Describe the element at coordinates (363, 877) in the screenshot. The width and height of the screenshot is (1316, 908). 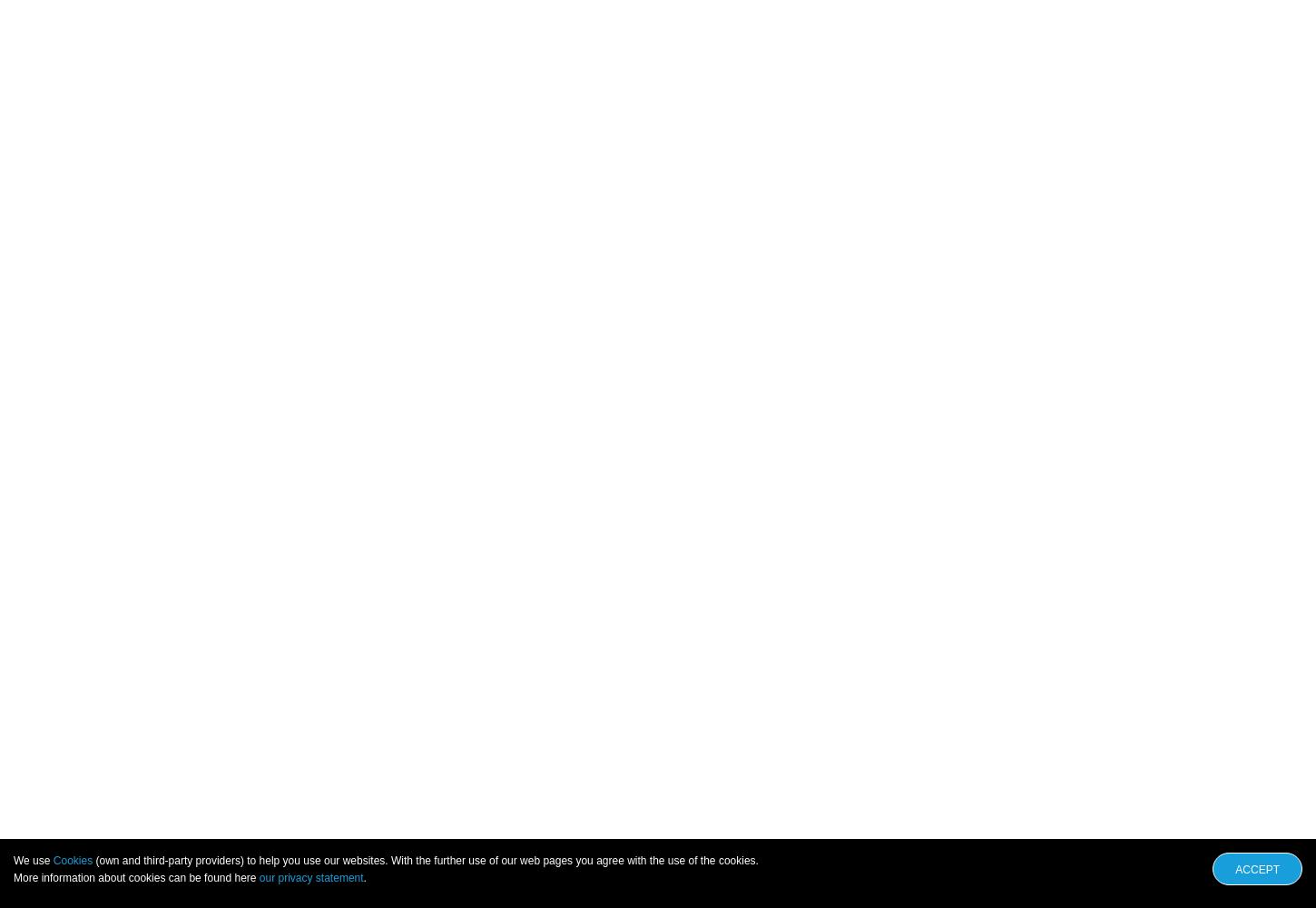
I see `'.'` at that location.